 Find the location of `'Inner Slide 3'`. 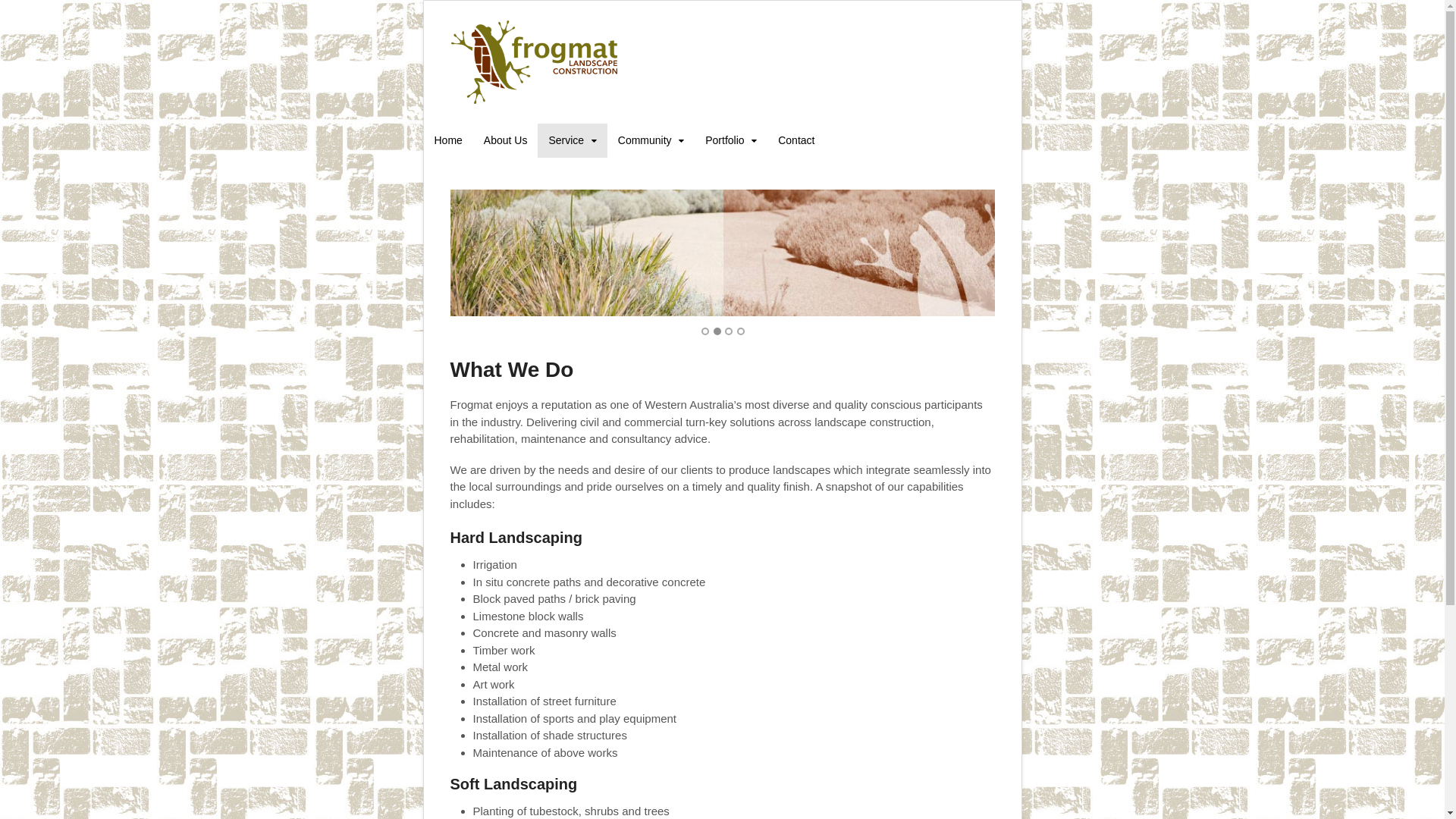

'Inner Slide 3' is located at coordinates (450, 252).